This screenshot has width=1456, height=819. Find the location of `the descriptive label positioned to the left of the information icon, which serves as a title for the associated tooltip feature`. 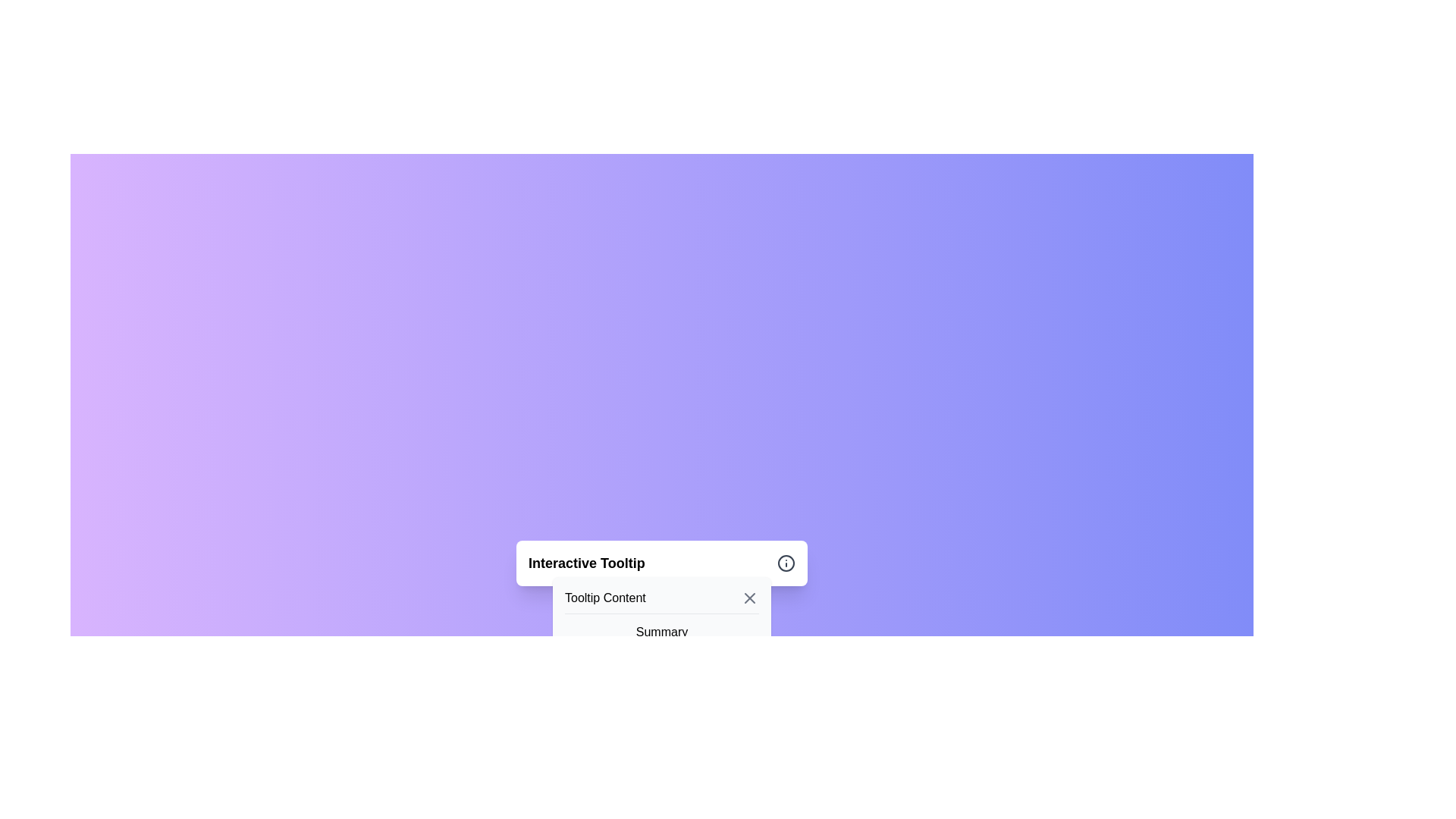

the descriptive label positioned to the left of the information icon, which serves as a title for the associated tooltip feature is located at coordinates (585, 563).